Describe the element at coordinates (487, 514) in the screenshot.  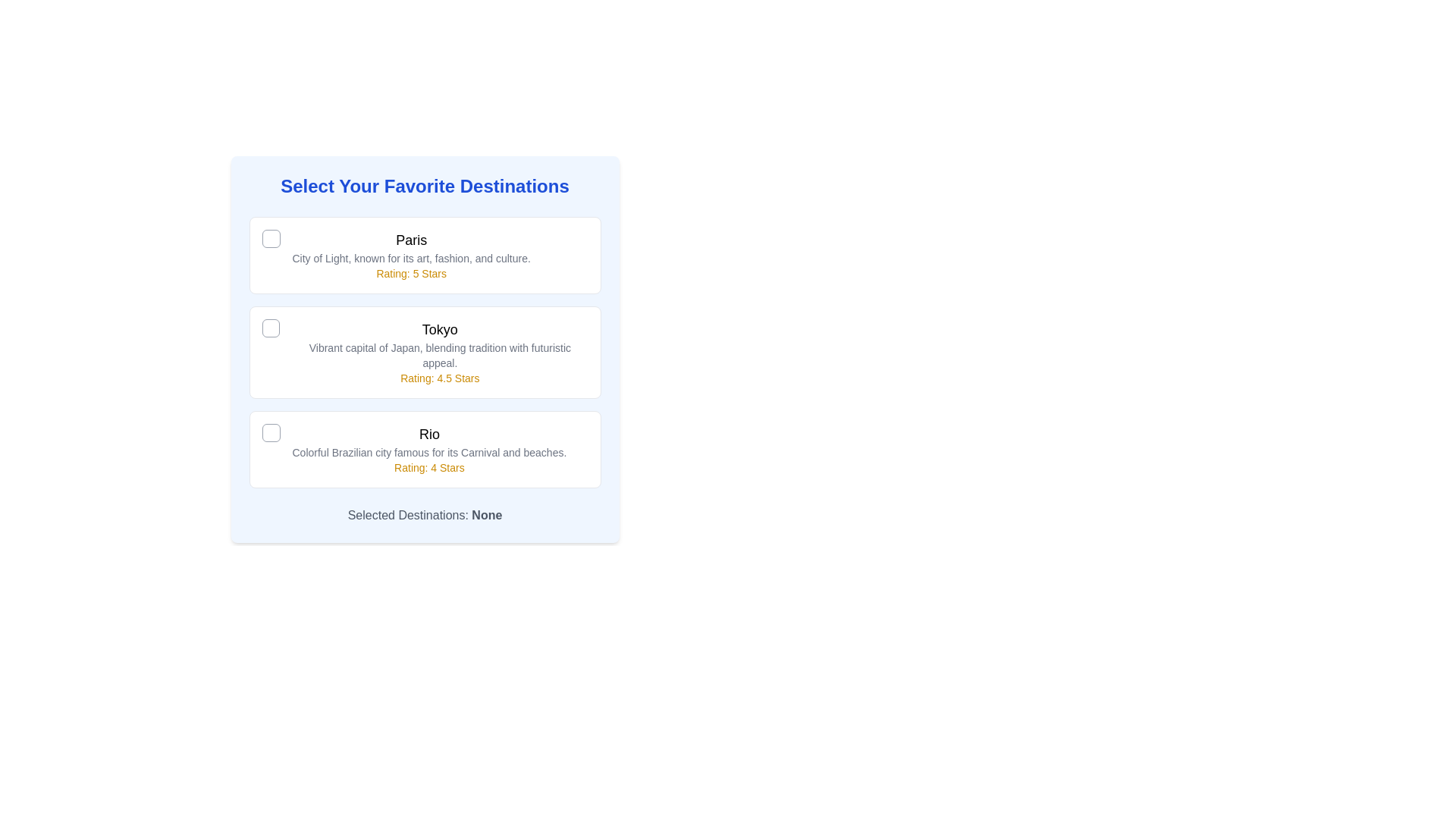
I see `the Label or Text Display indicating 'Selected Destinations: None' located at the lower portion of the interface` at that location.